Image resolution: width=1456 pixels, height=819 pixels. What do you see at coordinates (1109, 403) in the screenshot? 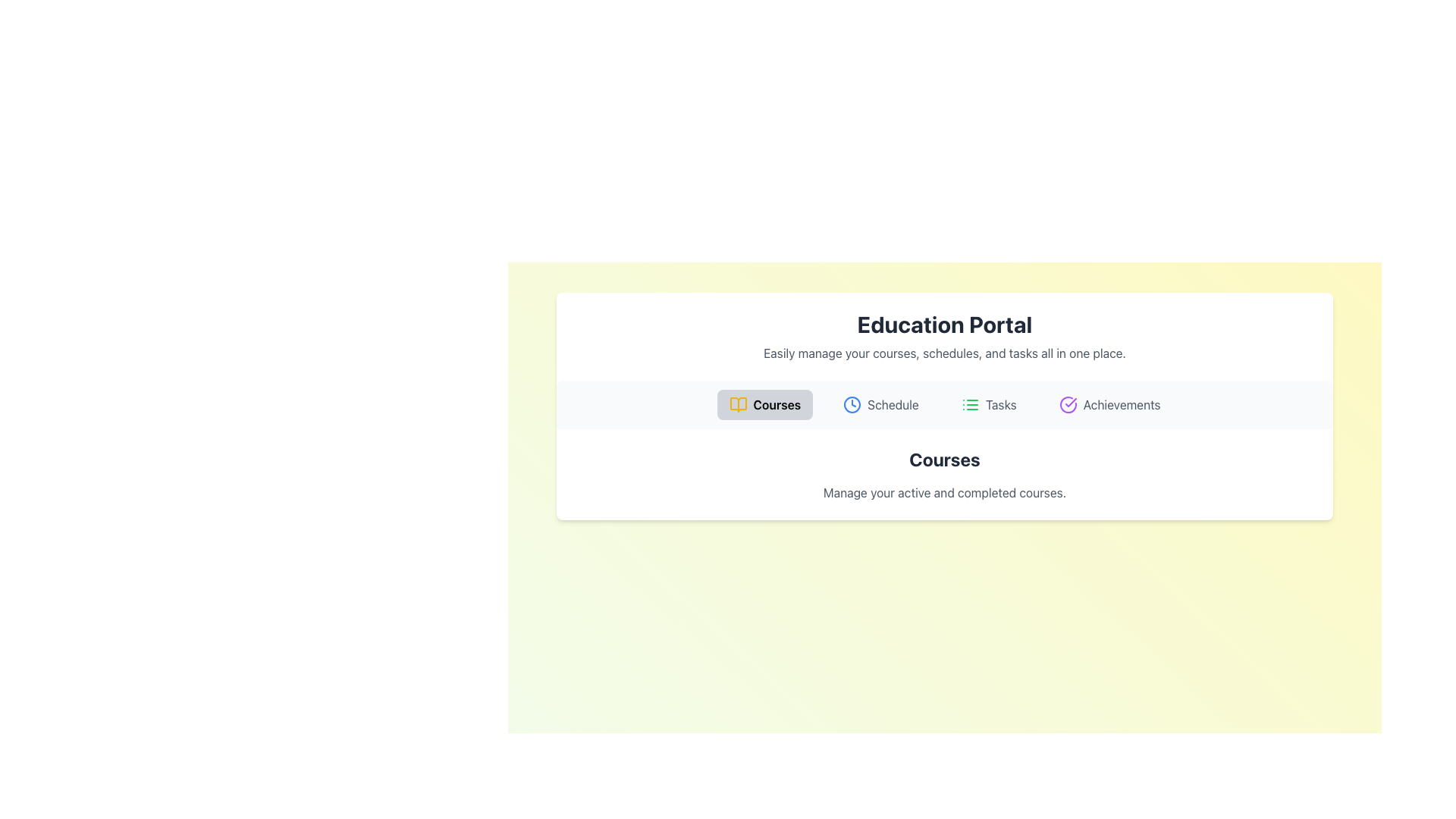
I see `the fourth button on the navigation bar, located at the far-right` at bounding box center [1109, 403].